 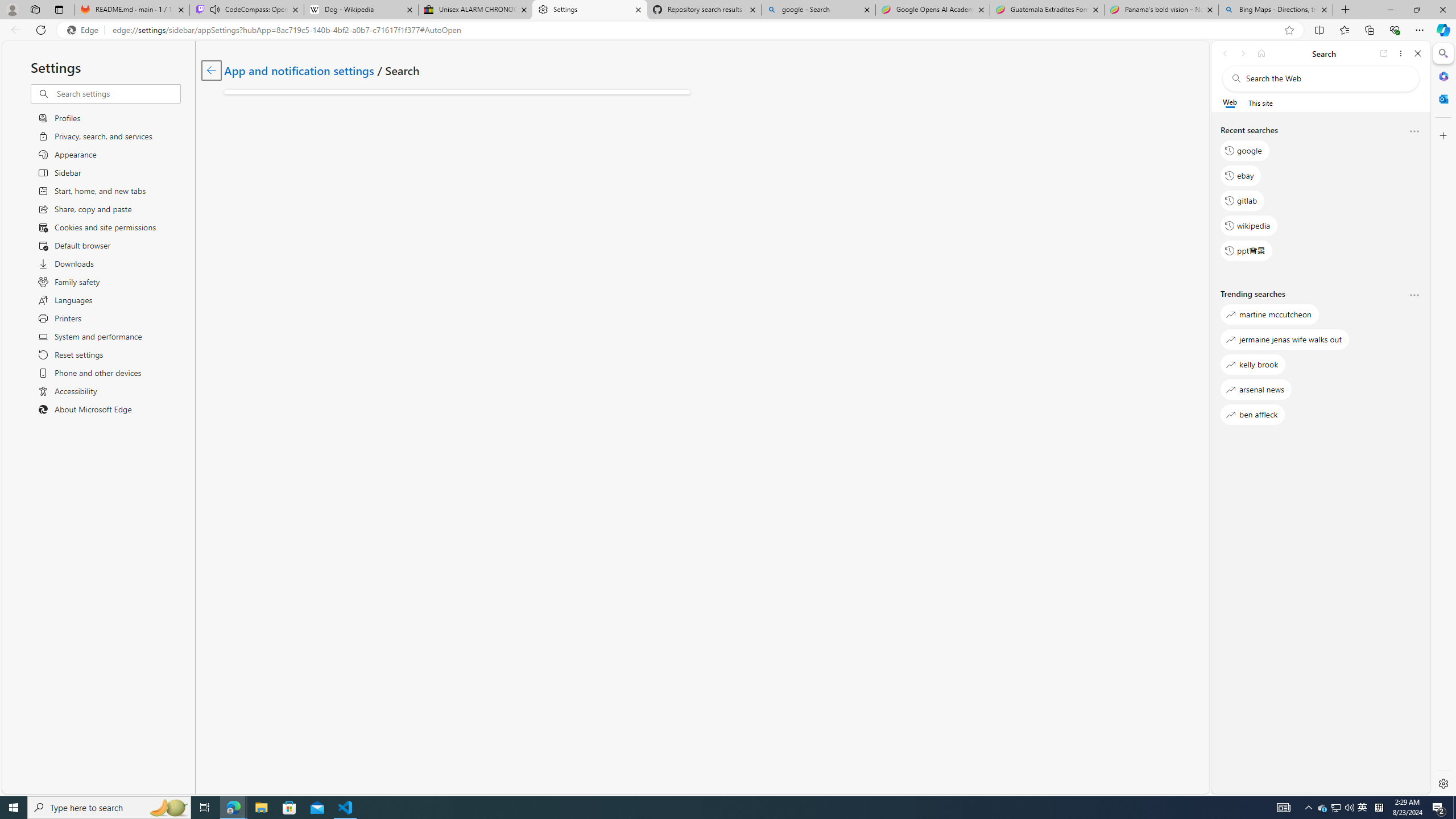 I want to click on 'ebay', so click(x=1240, y=175).